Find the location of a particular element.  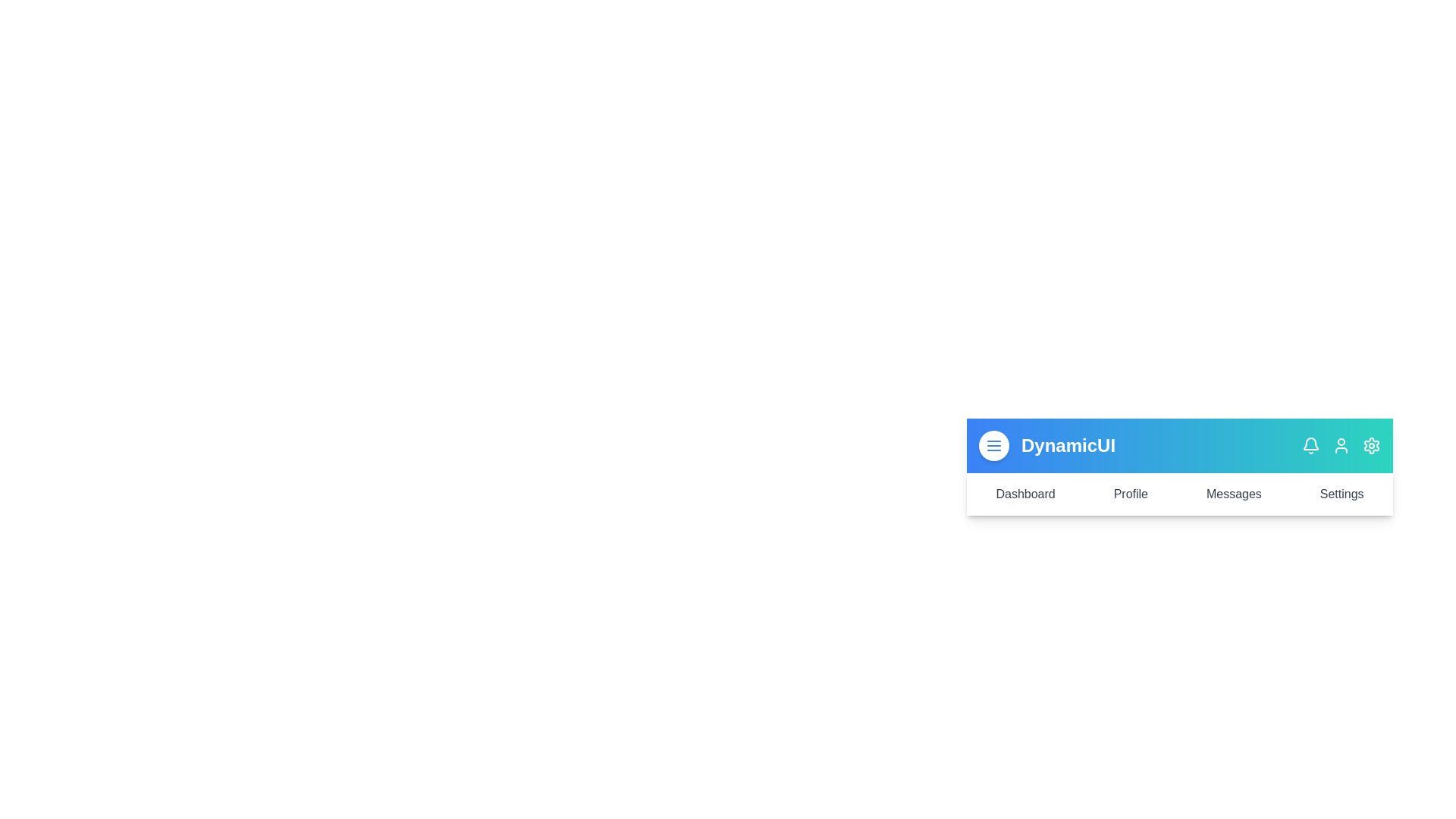

the 'Dashboard' menu item is located at coordinates (1025, 494).